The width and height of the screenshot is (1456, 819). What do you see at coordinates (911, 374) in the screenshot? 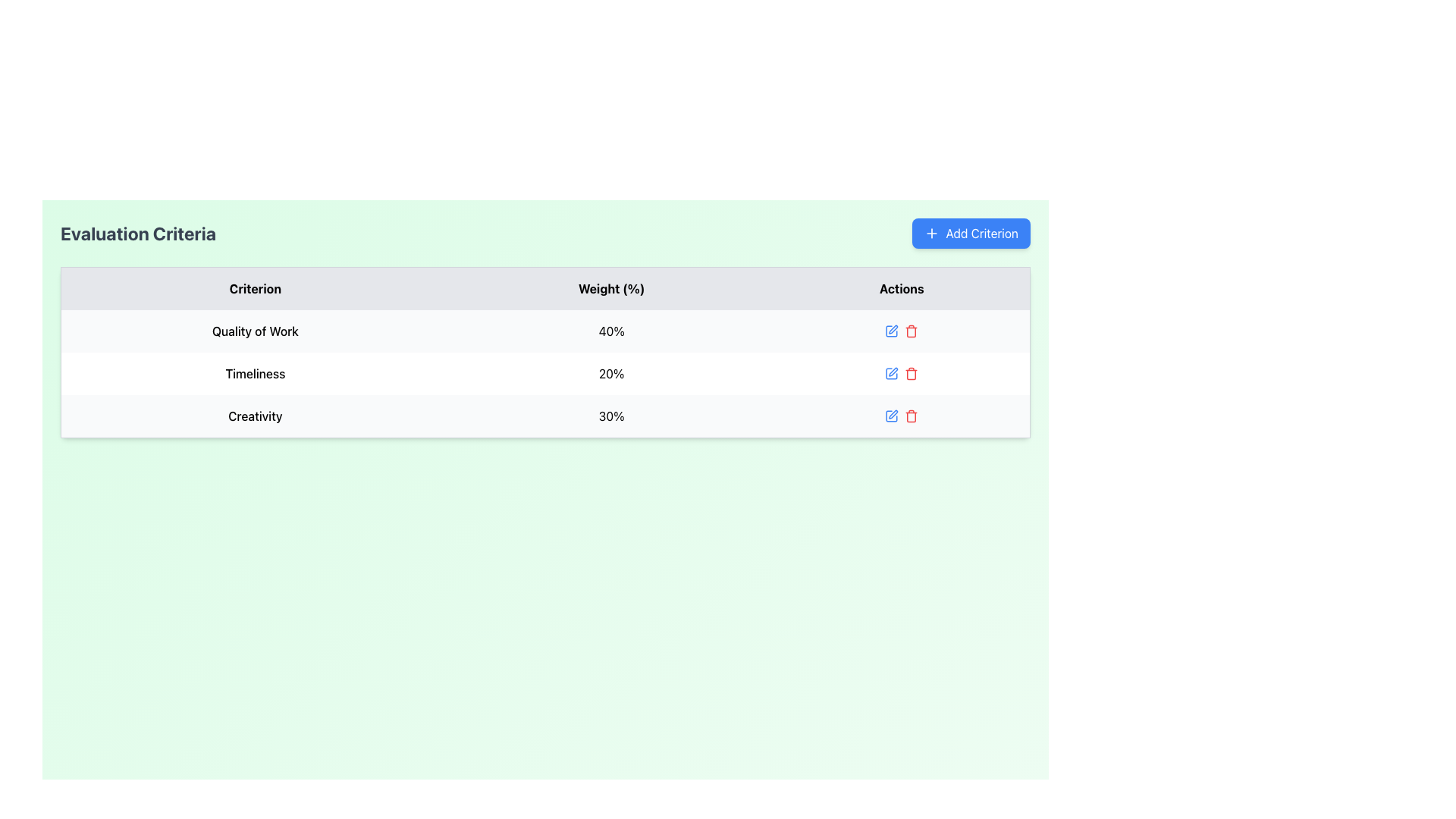
I see `the delete icon in the 'Actions' column of the second row of the table, associated with the 'Timeliness' criterion` at bounding box center [911, 374].